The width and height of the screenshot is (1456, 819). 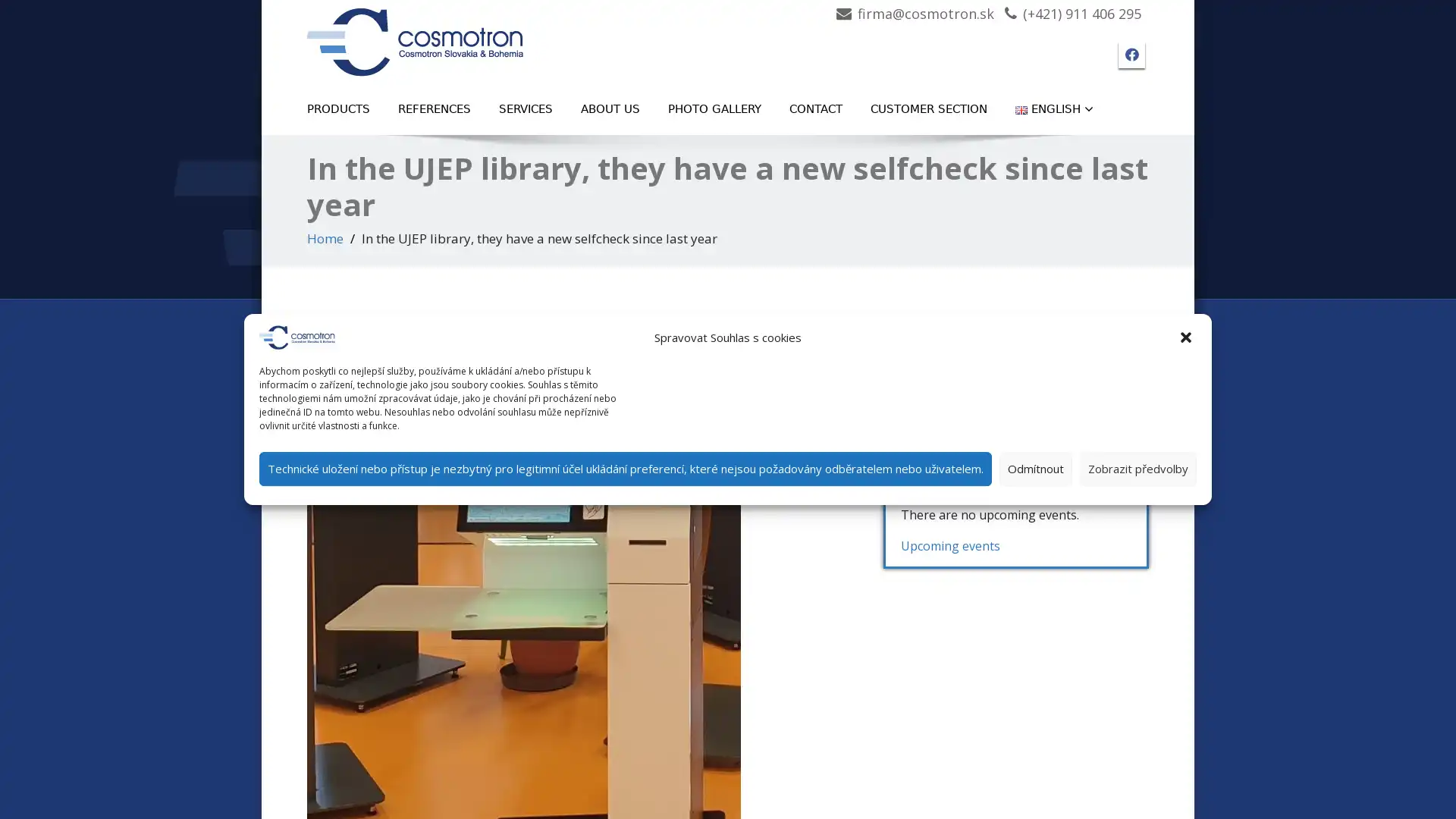 I want to click on Technicke ulozeni nebo pristup je nezbytny pro legitimni ucel ukladani preferenci, ktere nejsou pozadovany odberatelem nebo uzivatelem., so click(x=626, y=467).